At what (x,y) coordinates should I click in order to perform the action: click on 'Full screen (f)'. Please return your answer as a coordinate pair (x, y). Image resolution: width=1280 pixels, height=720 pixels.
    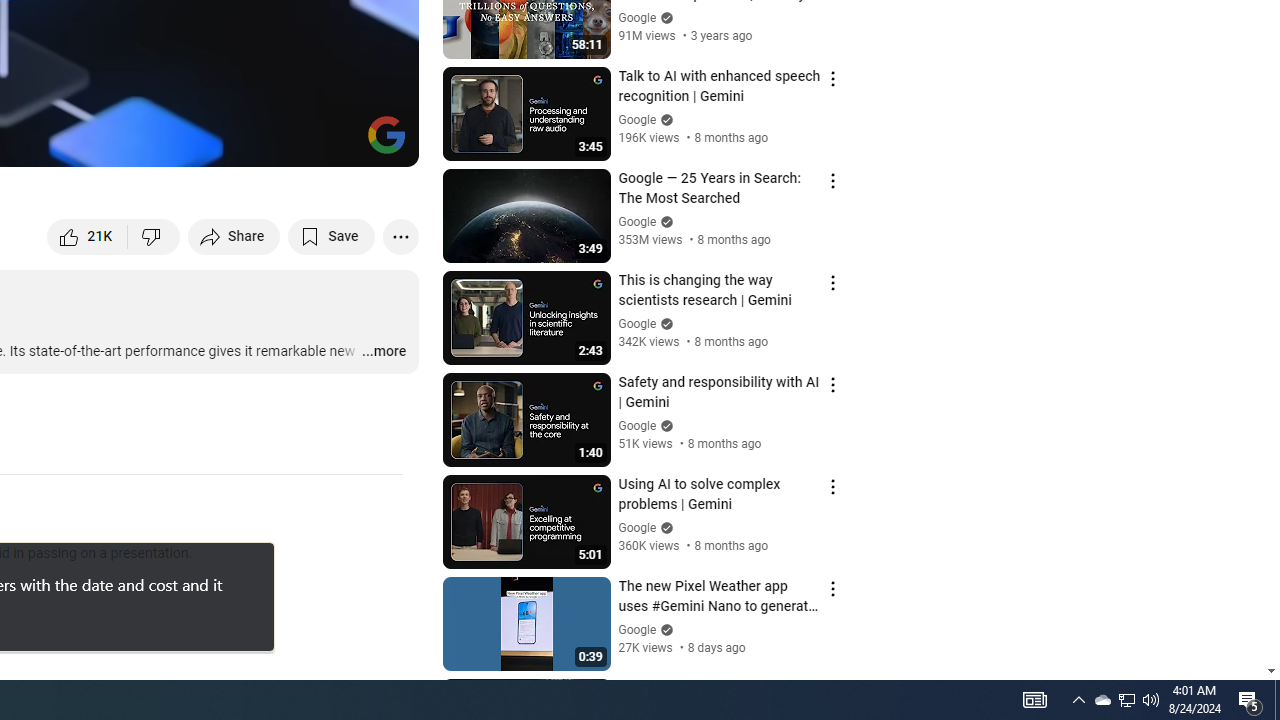
    Looking at the image, I should click on (382, 141).